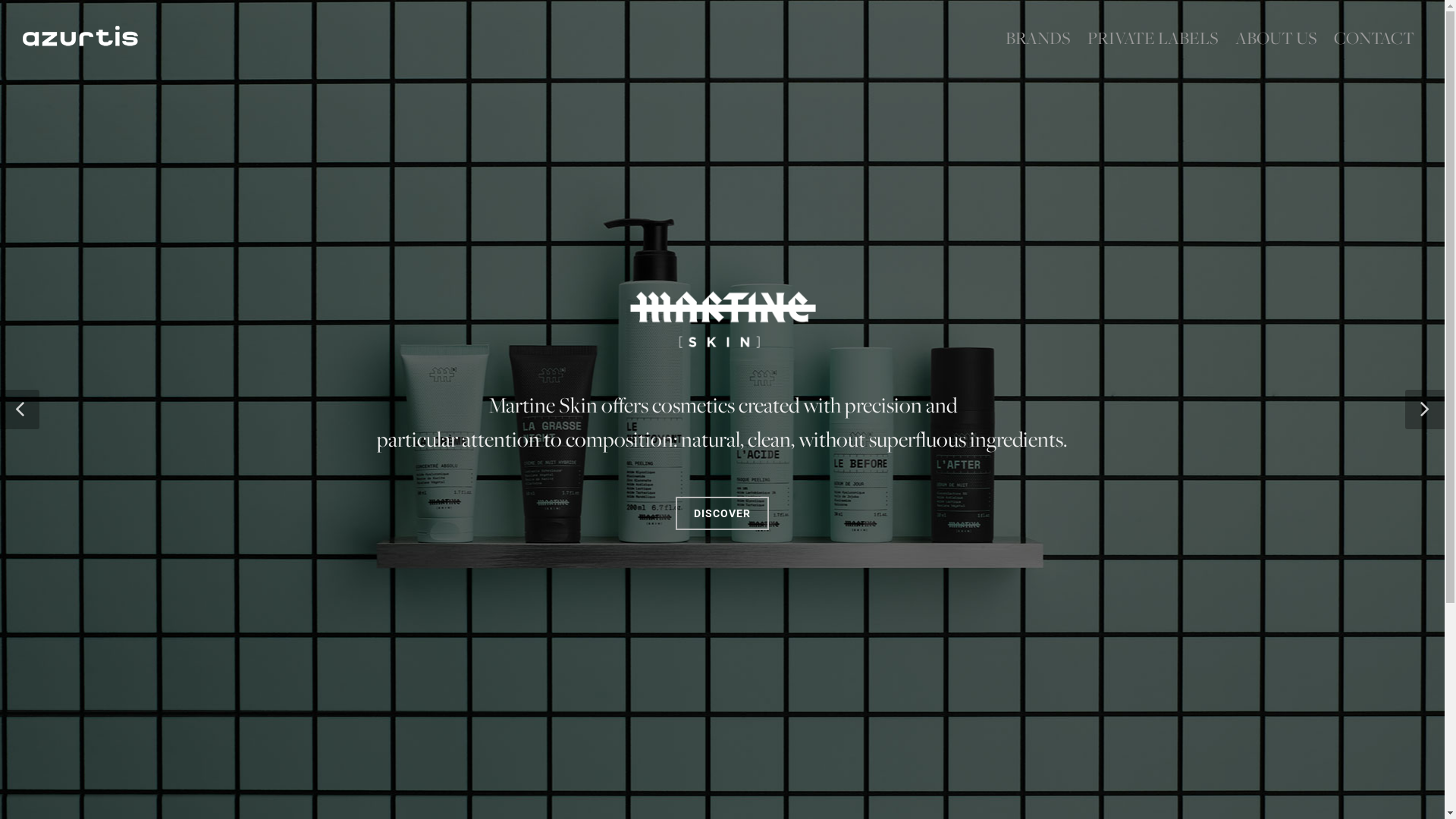  I want to click on 'CONTACT', so click(1373, 37).